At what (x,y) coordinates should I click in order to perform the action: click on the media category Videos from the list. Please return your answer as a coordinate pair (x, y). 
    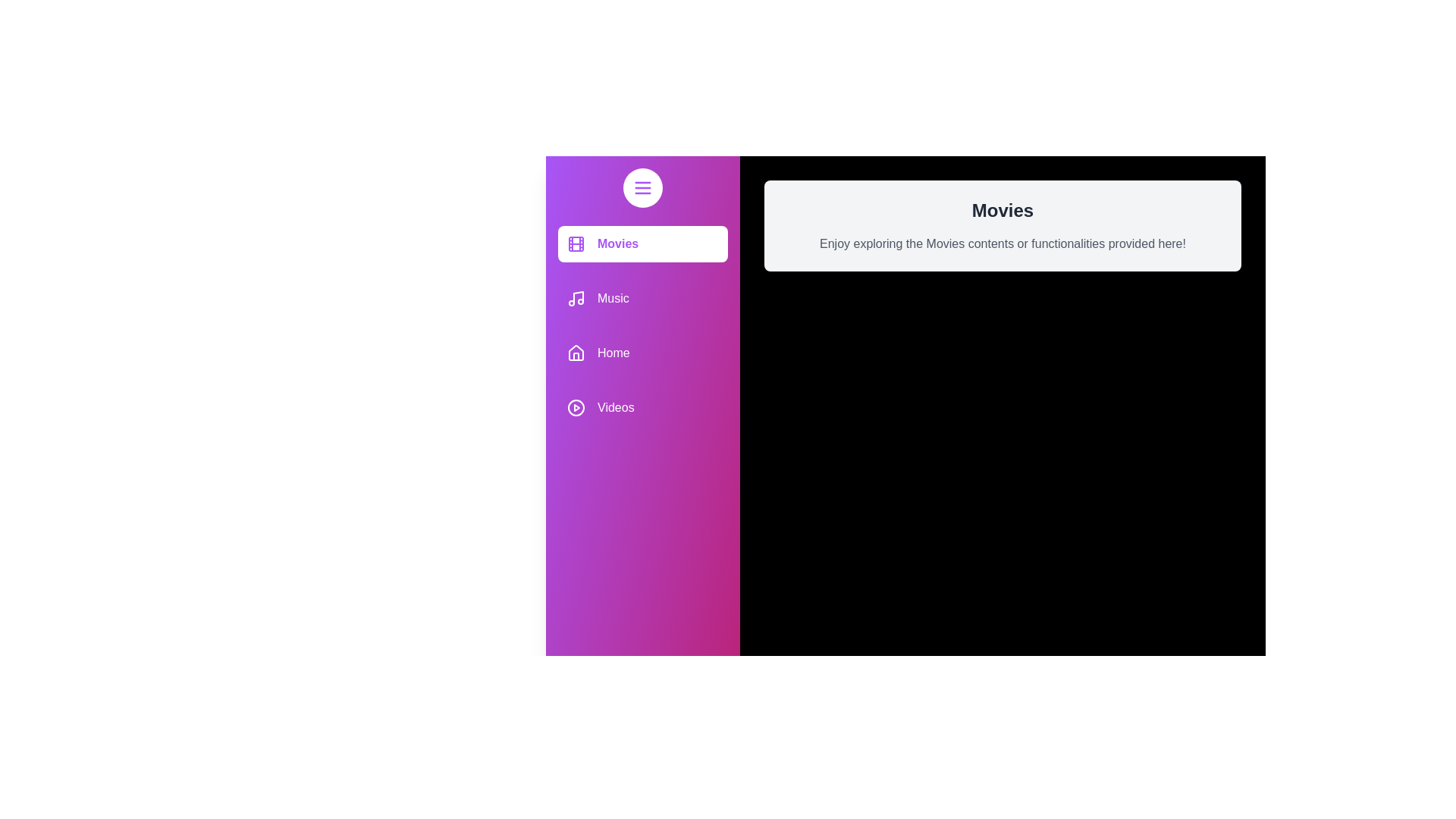
    Looking at the image, I should click on (643, 406).